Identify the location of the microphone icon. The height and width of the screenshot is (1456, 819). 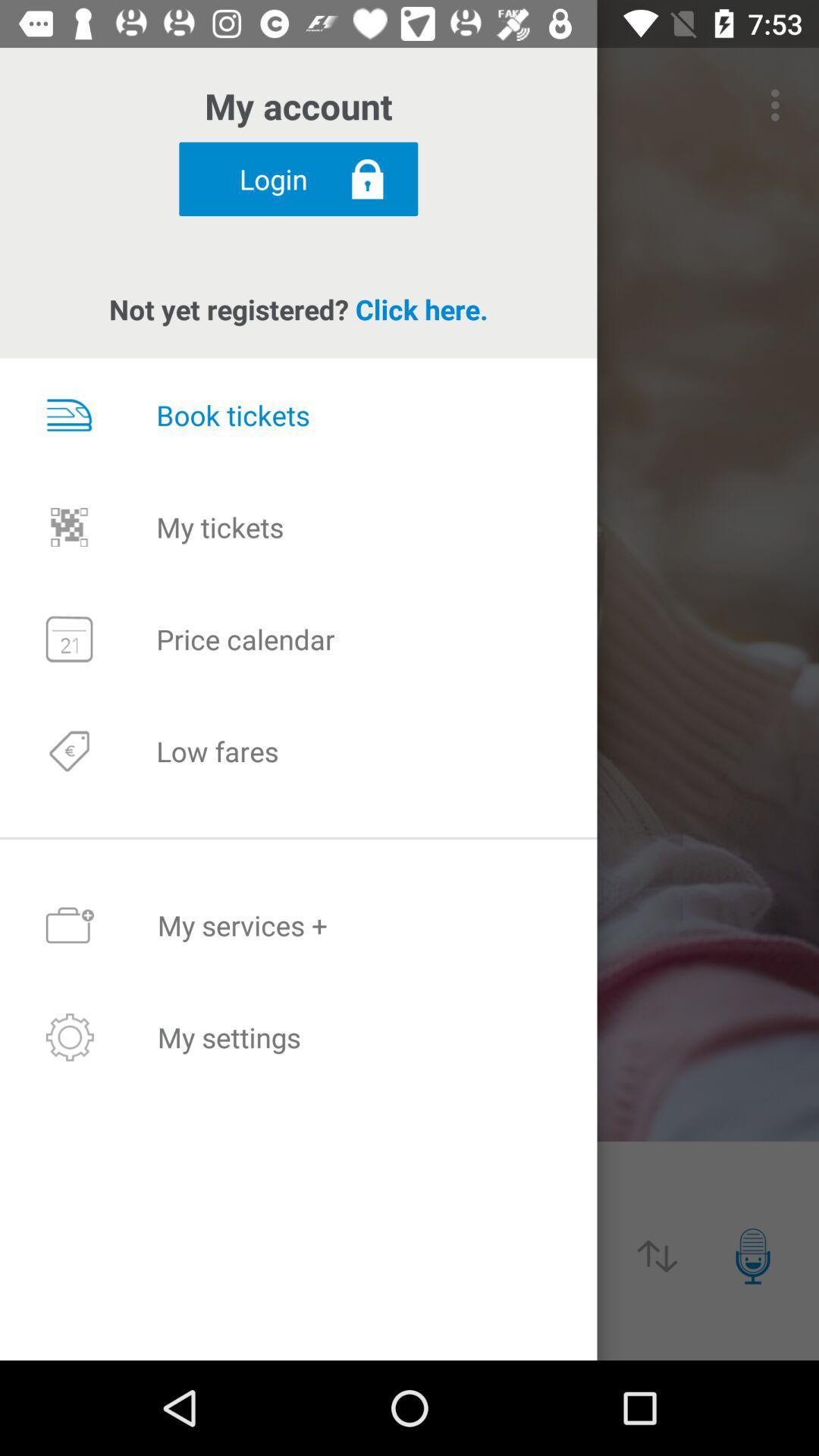
(752, 1256).